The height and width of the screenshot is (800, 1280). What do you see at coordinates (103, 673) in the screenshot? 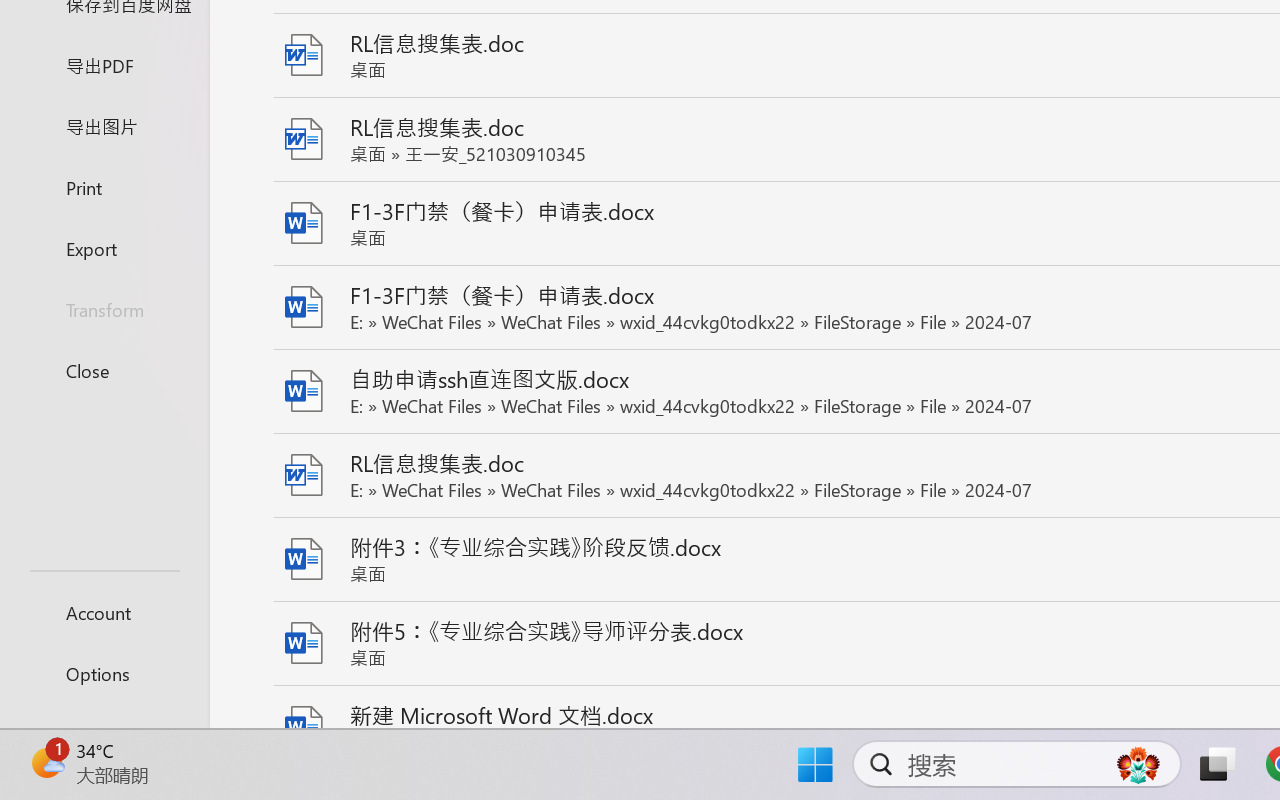
I see `'Options'` at bounding box center [103, 673].